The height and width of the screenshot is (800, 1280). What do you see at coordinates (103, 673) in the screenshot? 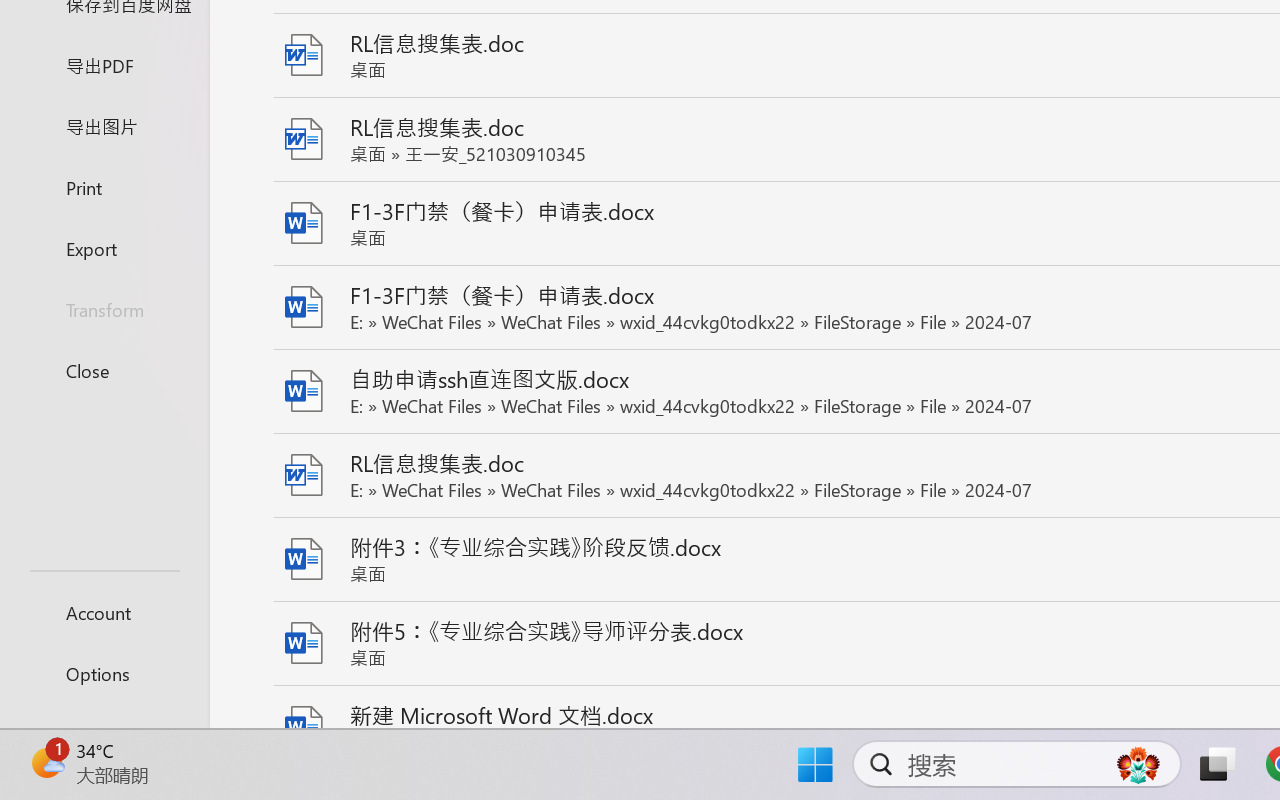
I see `'Options'` at bounding box center [103, 673].